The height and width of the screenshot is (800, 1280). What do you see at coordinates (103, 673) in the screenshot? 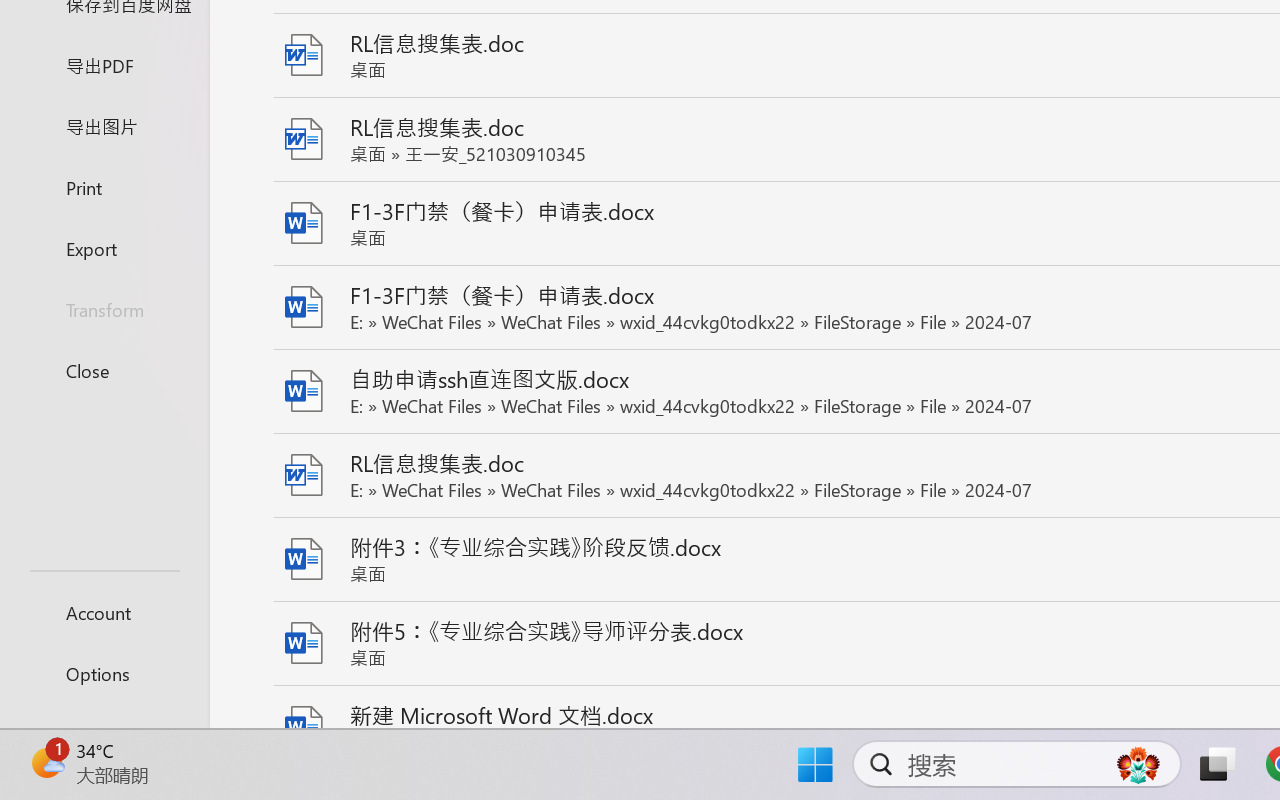
I see `'Options'` at bounding box center [103, 673].